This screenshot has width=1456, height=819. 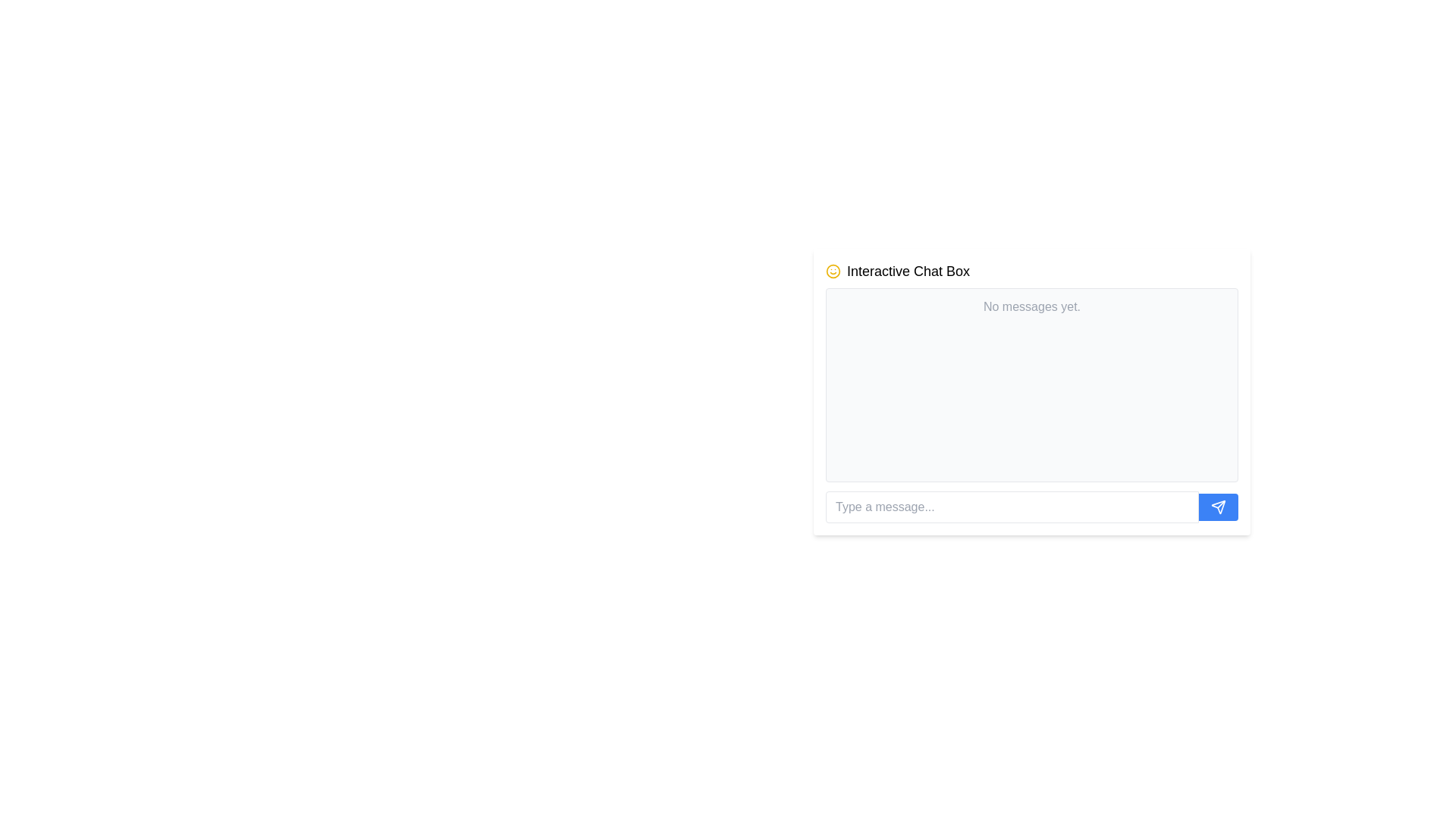 I want to click on the blue button with a gradient effect and a white paper plane icon, so click(x=1219, y=507).